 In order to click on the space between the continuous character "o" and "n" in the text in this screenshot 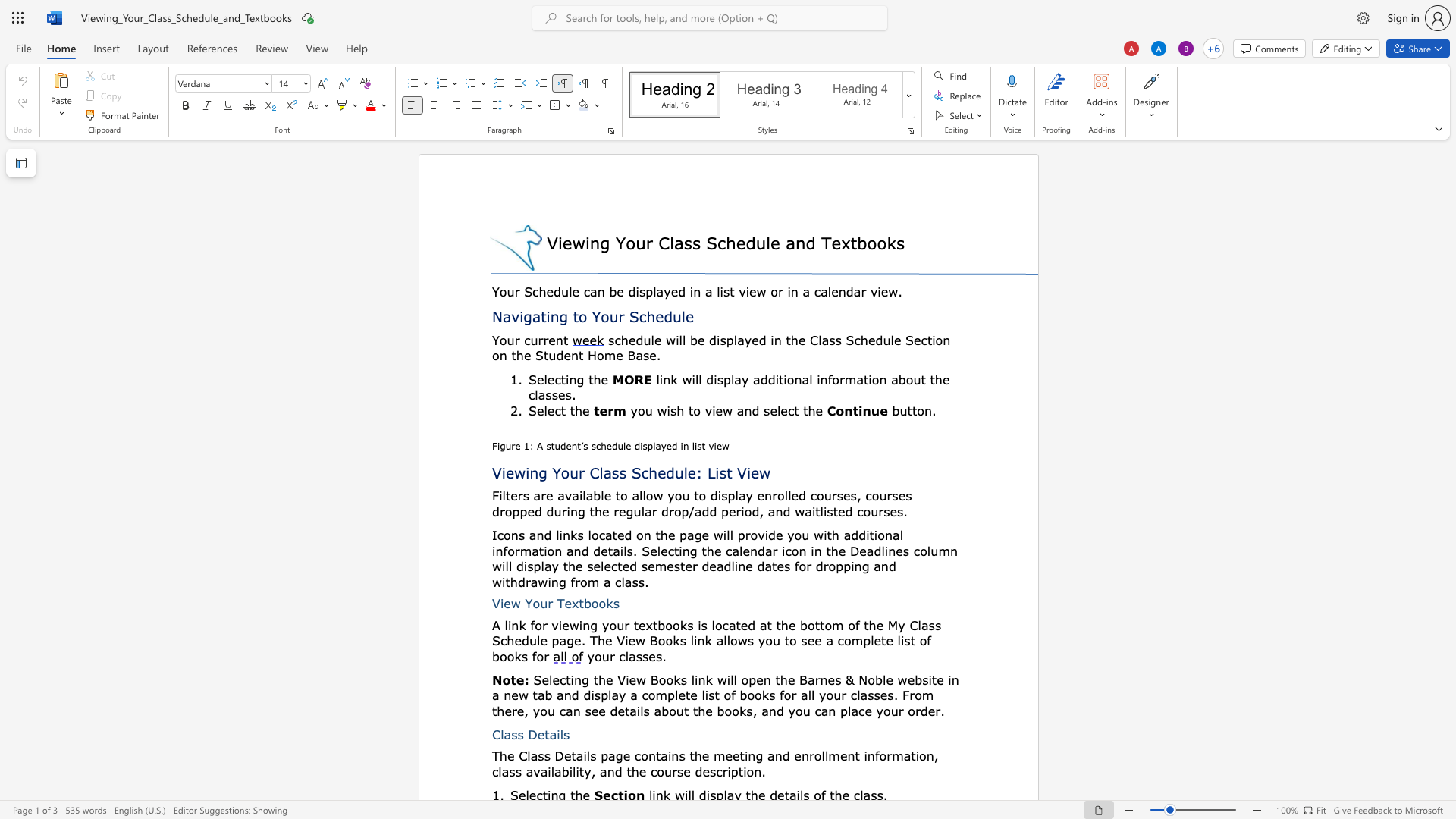, I will do `click(793, 378)`.